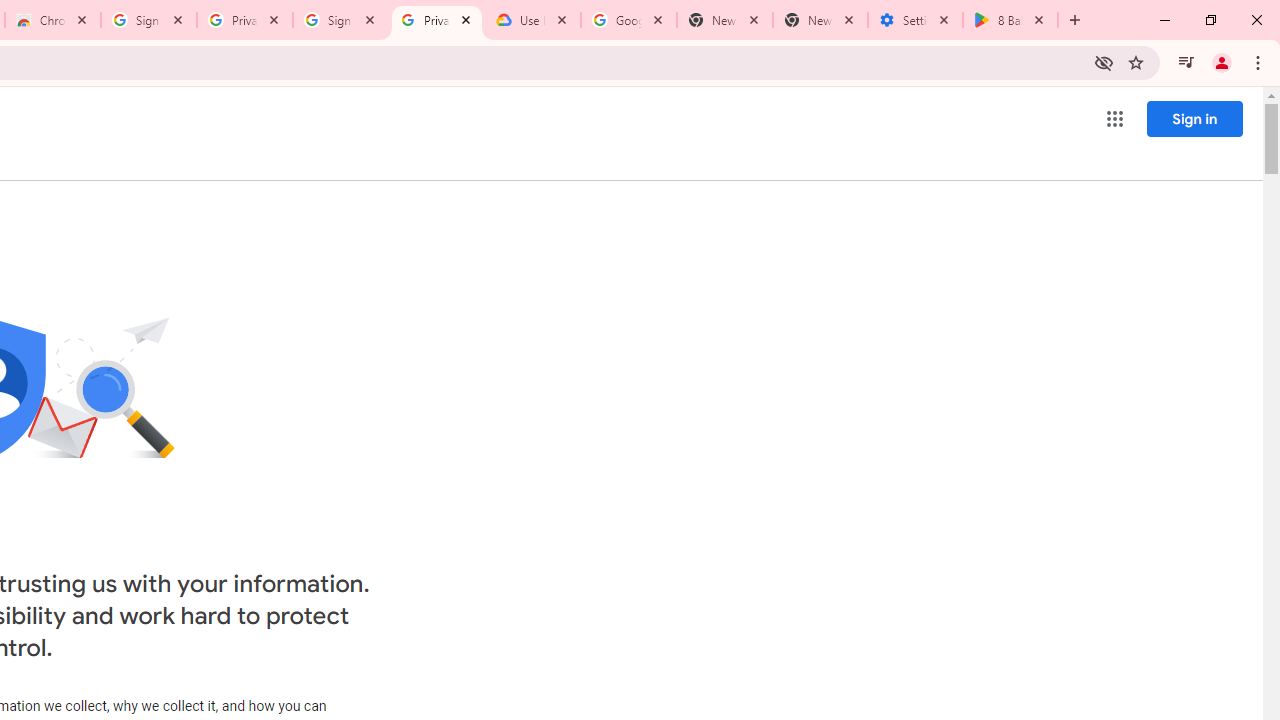  I want to click on 'Sign in - Google Accounts', so click(148, 20).